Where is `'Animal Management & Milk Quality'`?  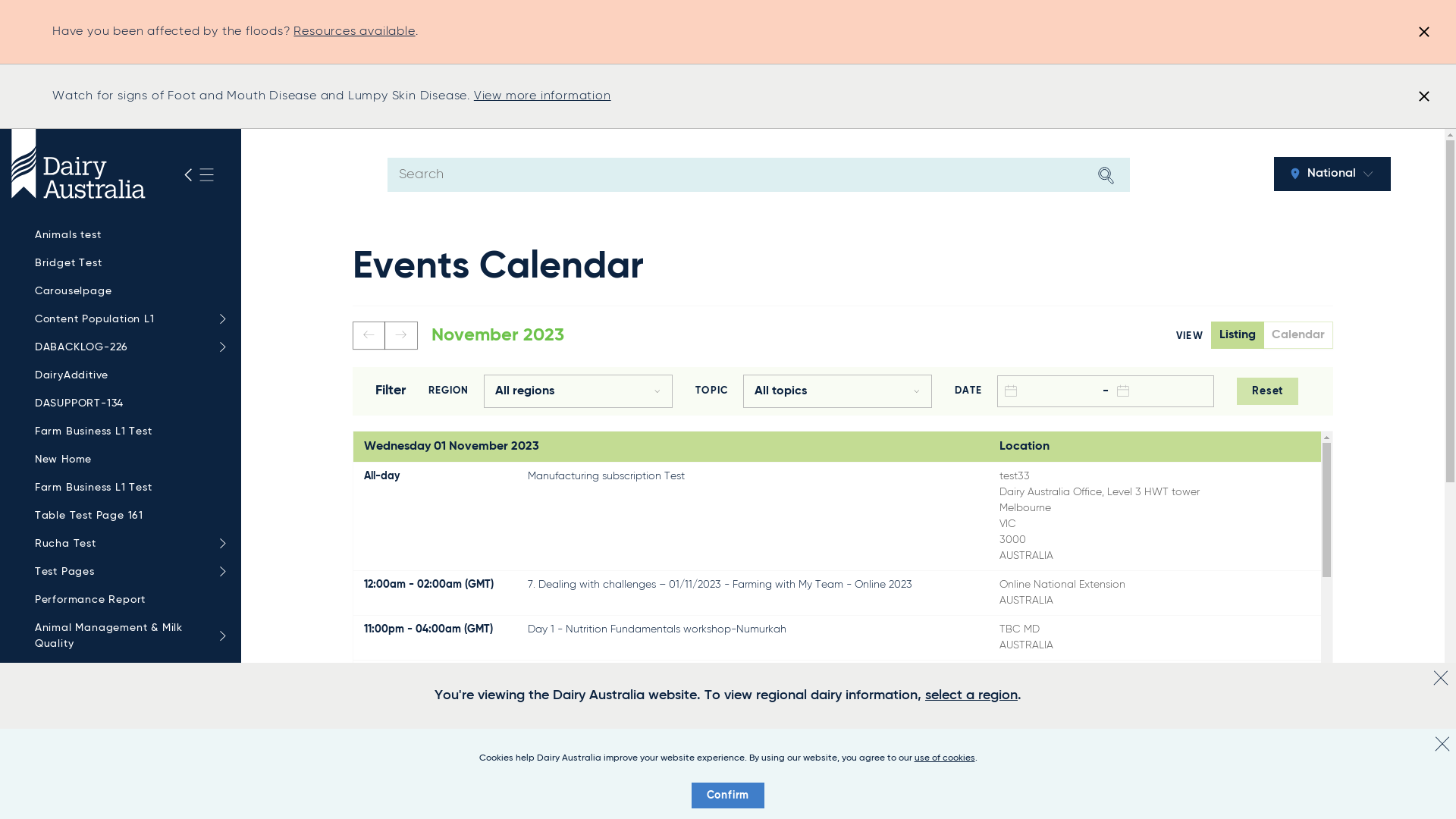 'Animal Management & Milk Quality' is located at coordinates (127, 636).